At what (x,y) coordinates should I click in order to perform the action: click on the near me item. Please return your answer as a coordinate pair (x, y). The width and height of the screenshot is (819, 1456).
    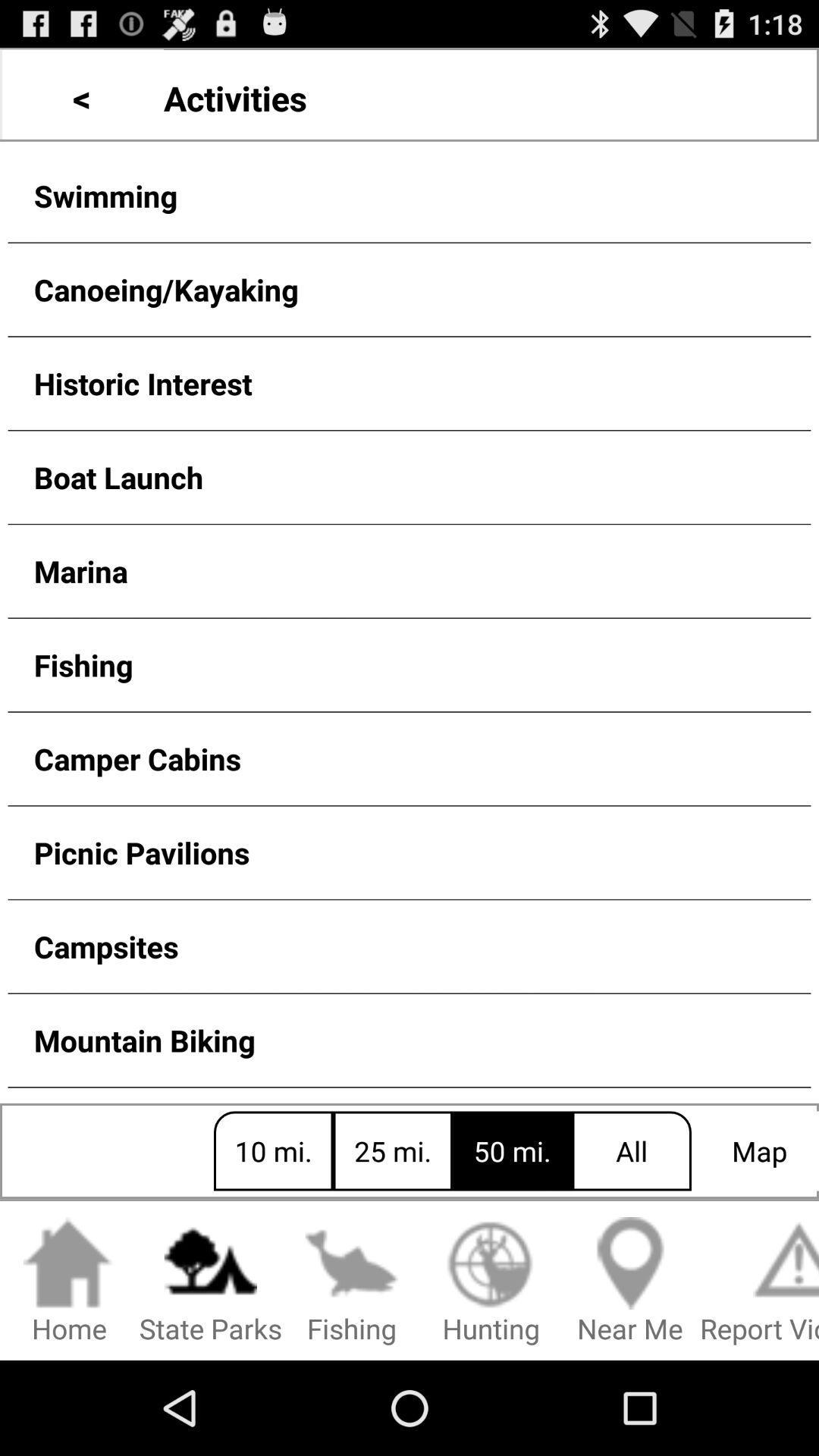
    Looking at the image, I should click on (630, 1281).